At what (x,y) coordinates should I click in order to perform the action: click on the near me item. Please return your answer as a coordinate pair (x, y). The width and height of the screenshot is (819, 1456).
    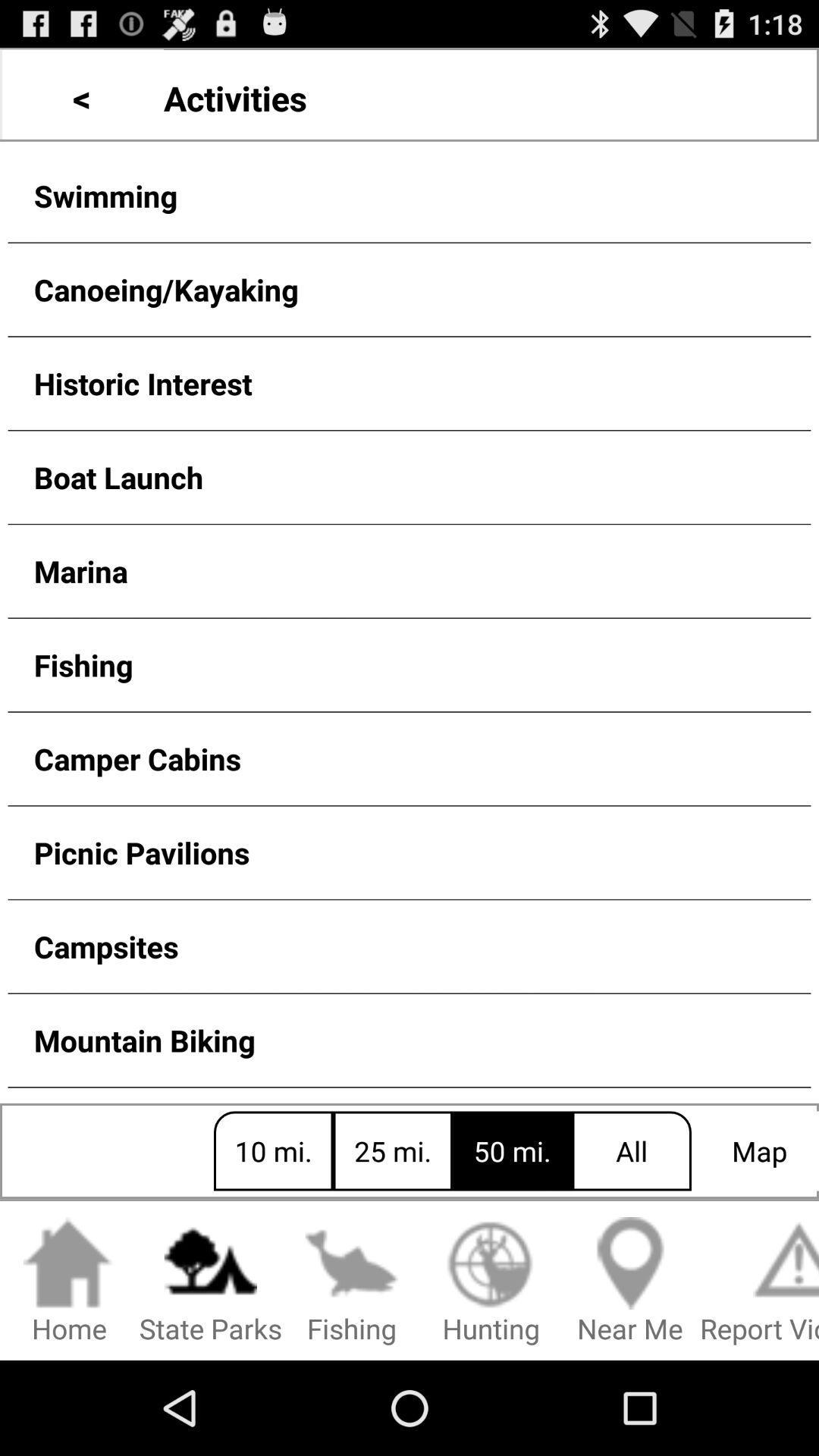
    Looking at the image, I should click on (630, 1281).